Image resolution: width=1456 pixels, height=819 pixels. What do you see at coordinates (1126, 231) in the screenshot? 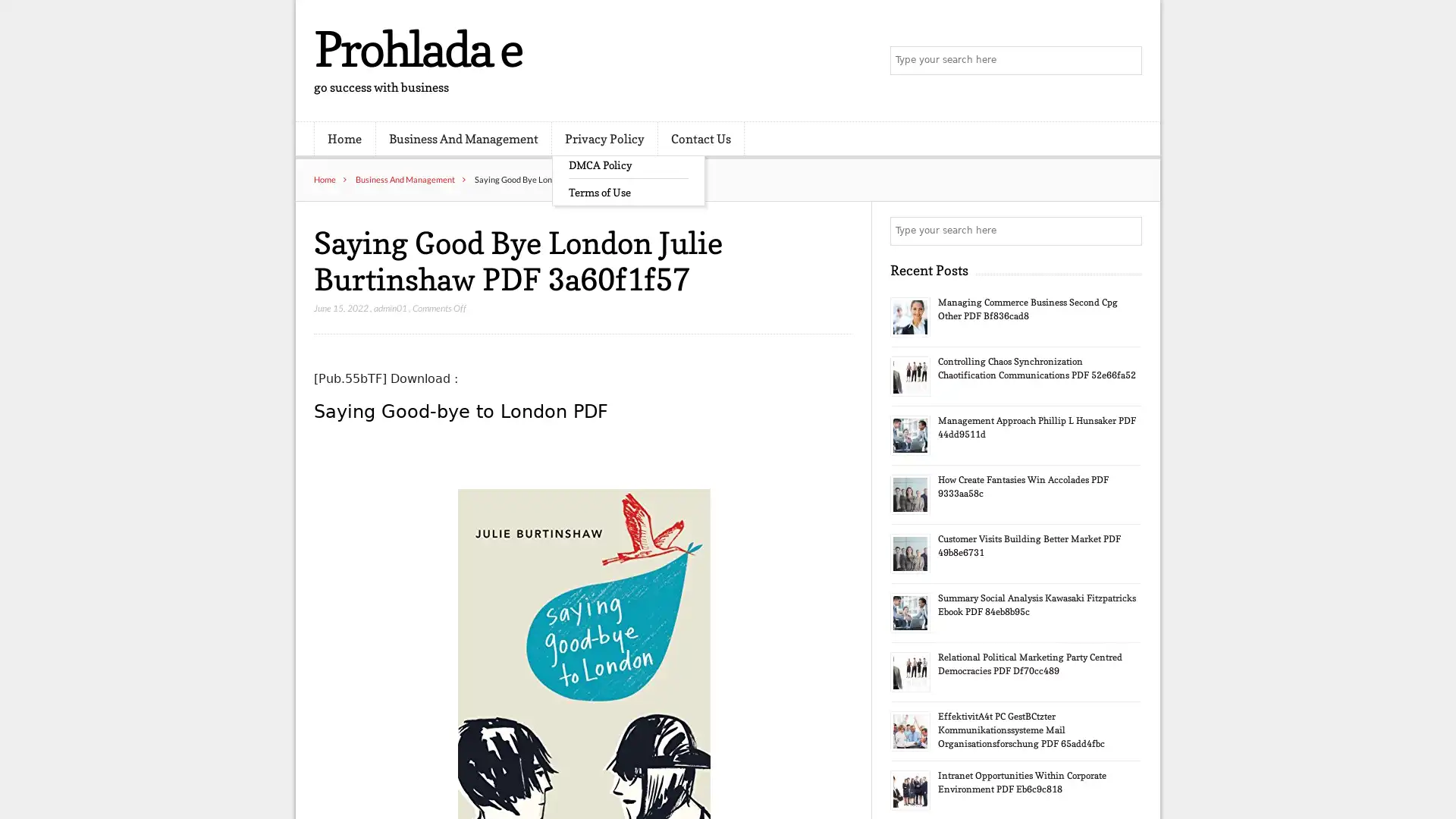
I see `Search` at bounding box center [1126, 231].